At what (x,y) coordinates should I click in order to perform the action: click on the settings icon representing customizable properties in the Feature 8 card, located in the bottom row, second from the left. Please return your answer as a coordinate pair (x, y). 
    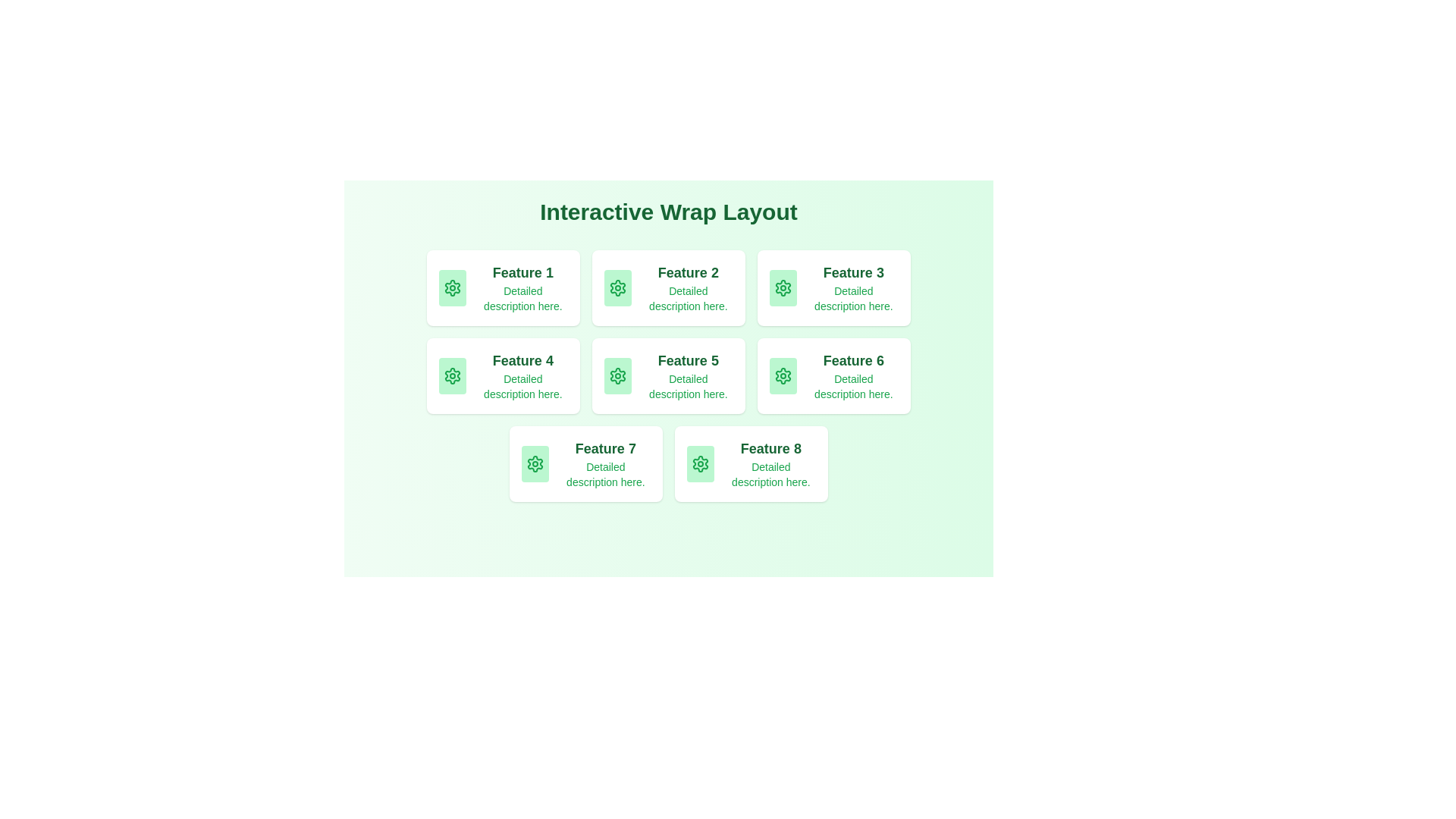
    Looking at the image, I should click on (699, 463).